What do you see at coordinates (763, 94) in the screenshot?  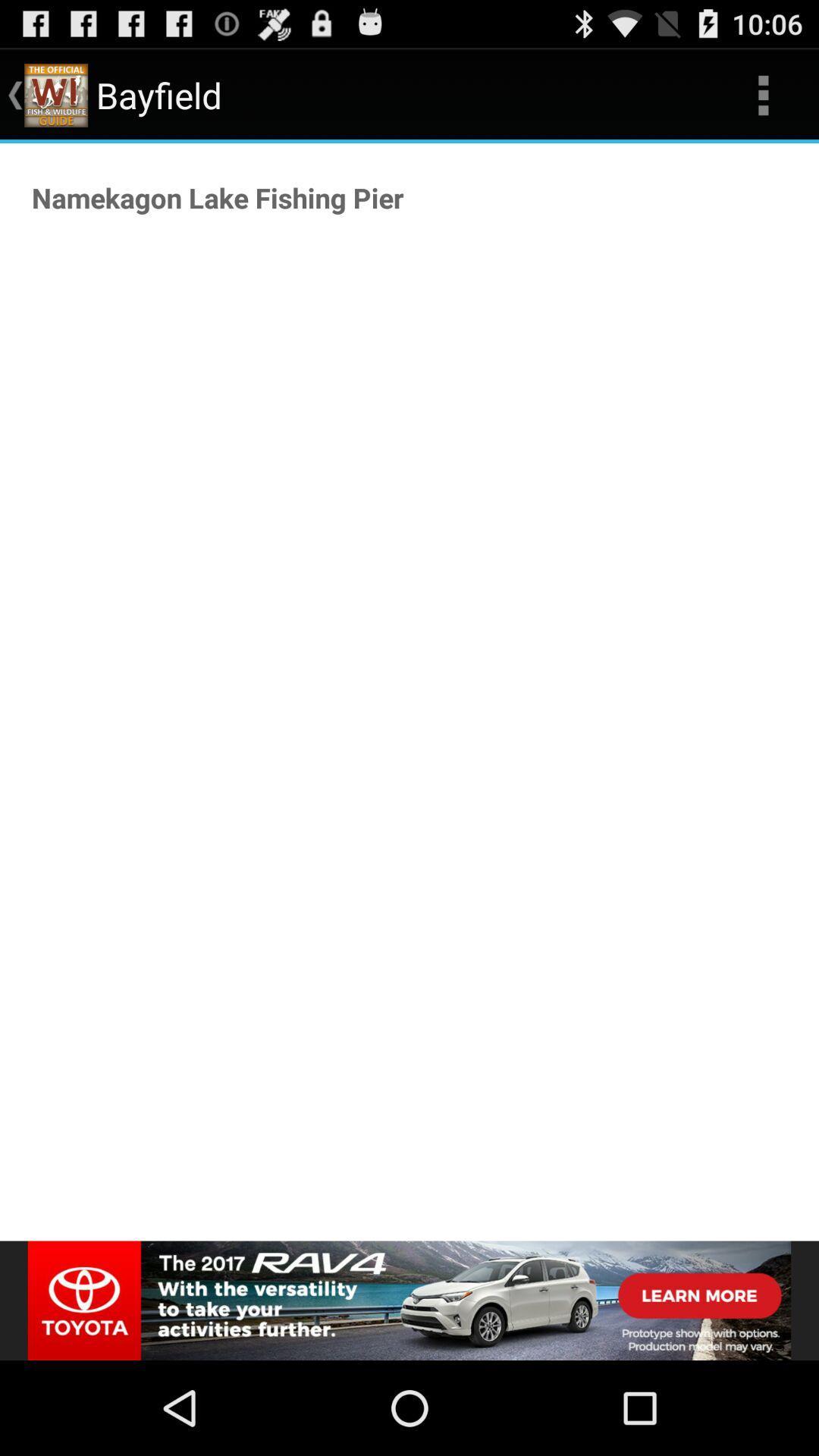 I see `the item at the top right corner` at bounding box center [763, 94].